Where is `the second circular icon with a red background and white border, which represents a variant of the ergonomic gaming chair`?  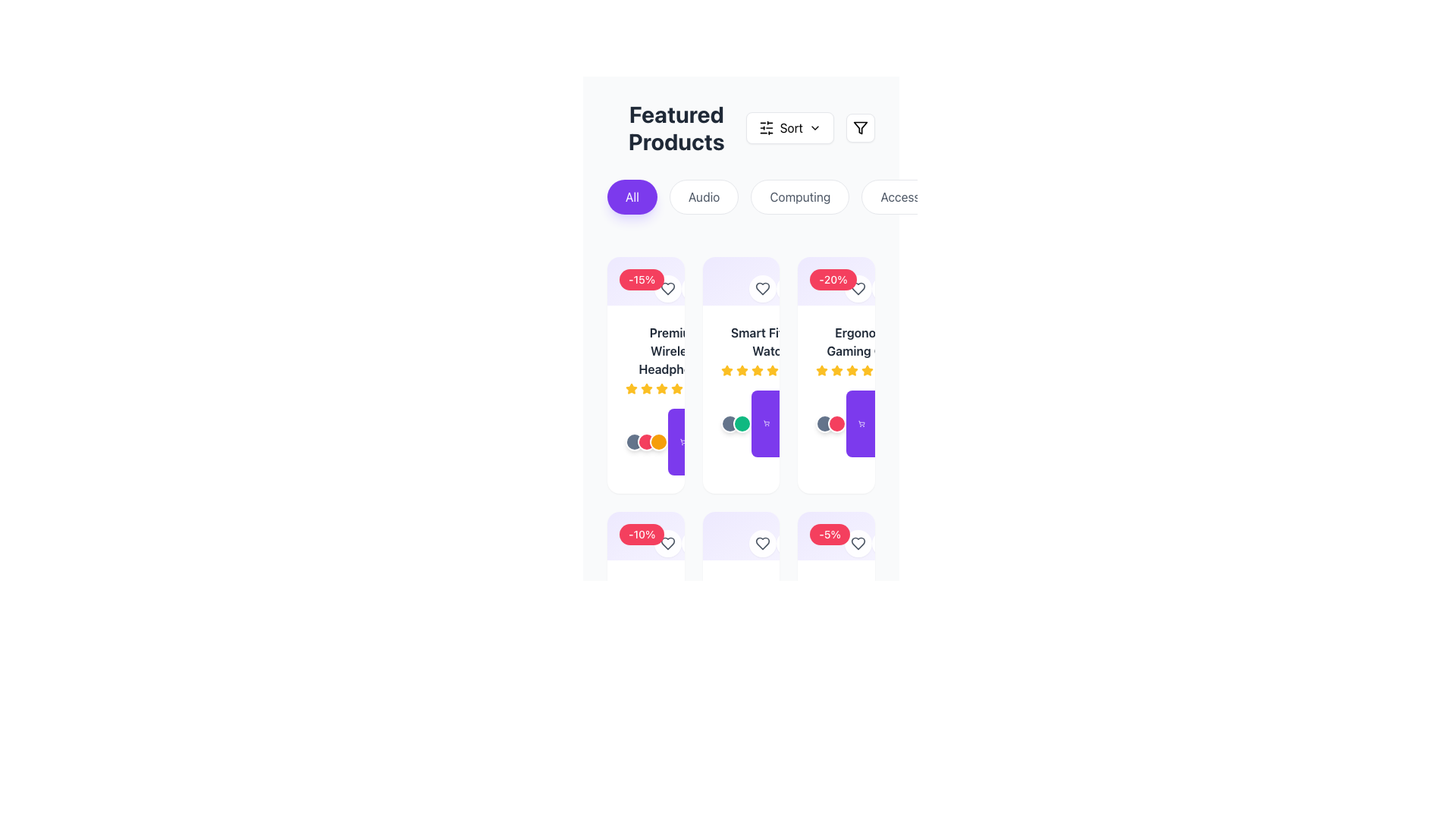 the second circular icon with a red background and white border, which represents a variant of the ergonomic gaming chair is located at coordinates (836, 424).